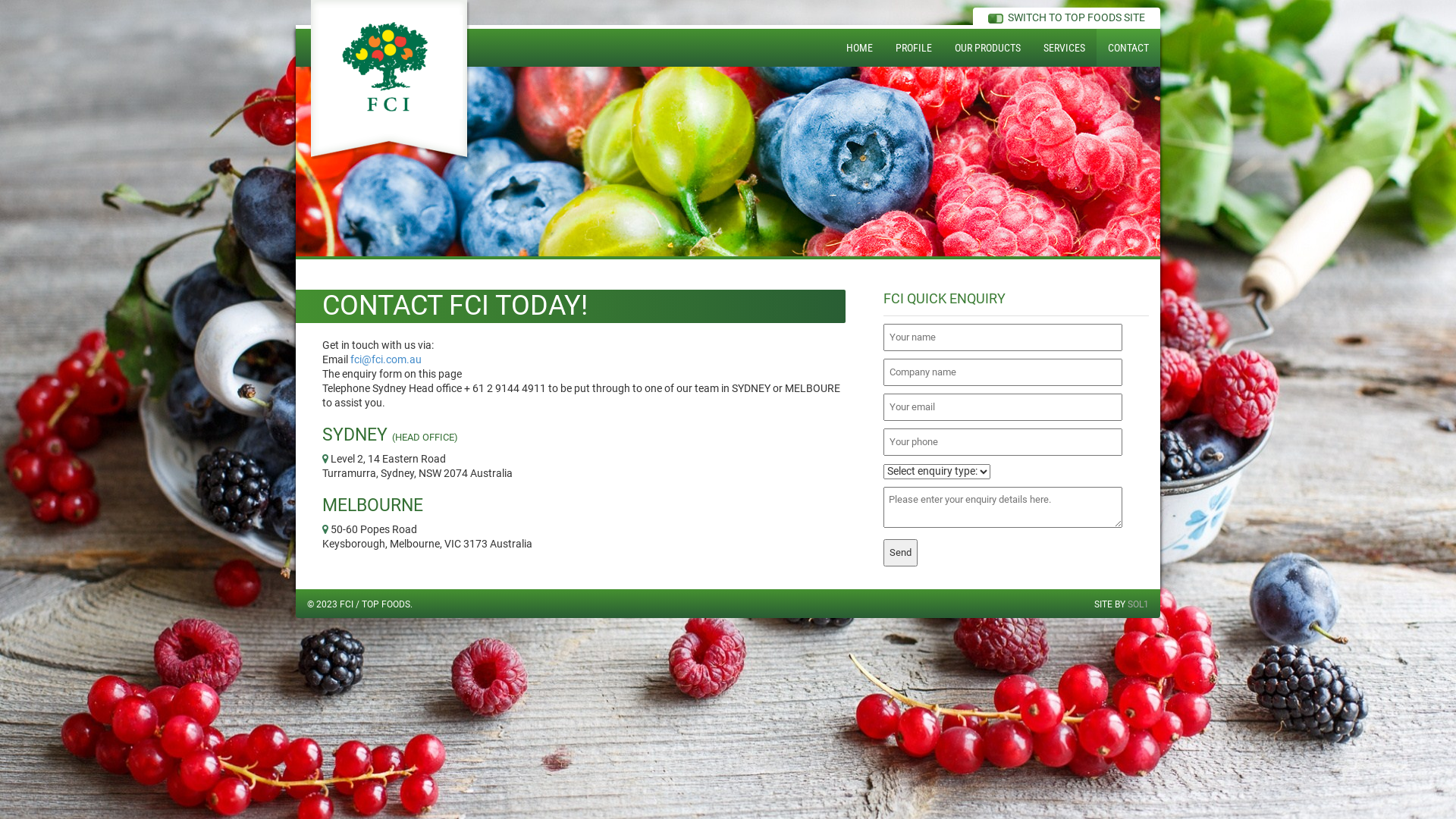  I want to click on 'HOME', so click(859, 46).